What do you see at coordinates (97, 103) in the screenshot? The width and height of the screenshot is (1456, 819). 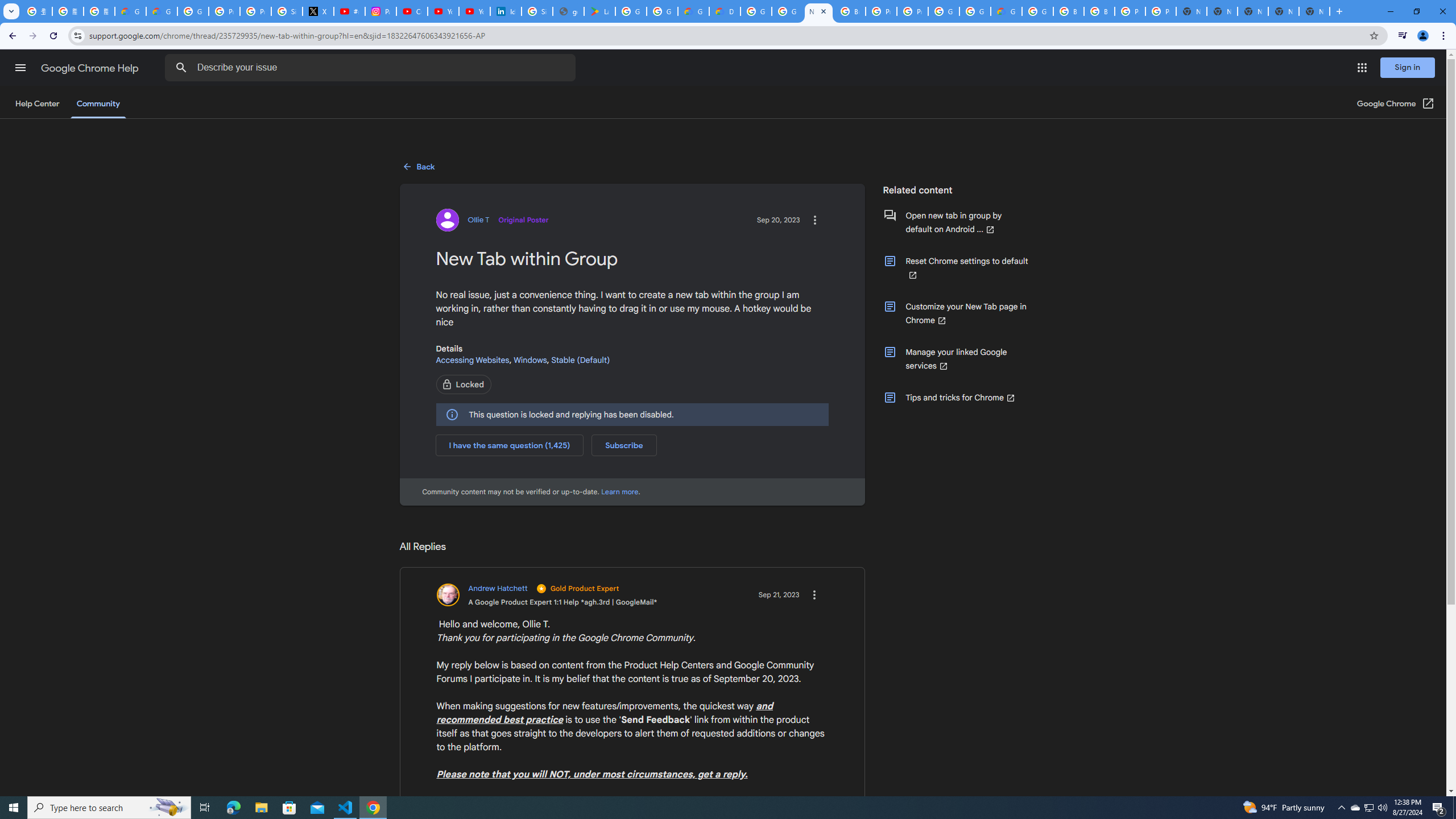 I see `'Community'` at bounding box center [97, 103].